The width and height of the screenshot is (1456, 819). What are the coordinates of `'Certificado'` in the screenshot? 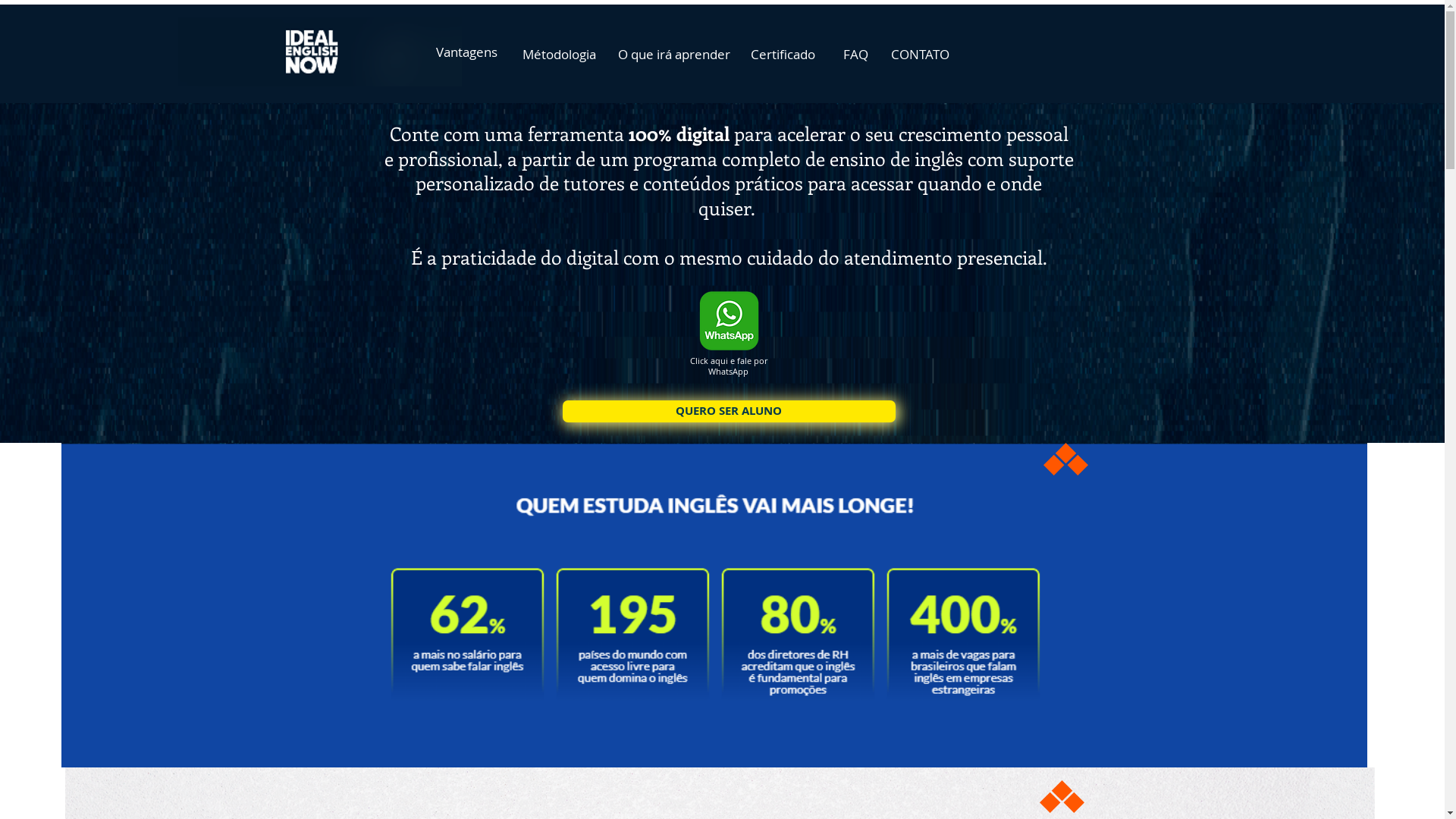 It's located at (742, 52).